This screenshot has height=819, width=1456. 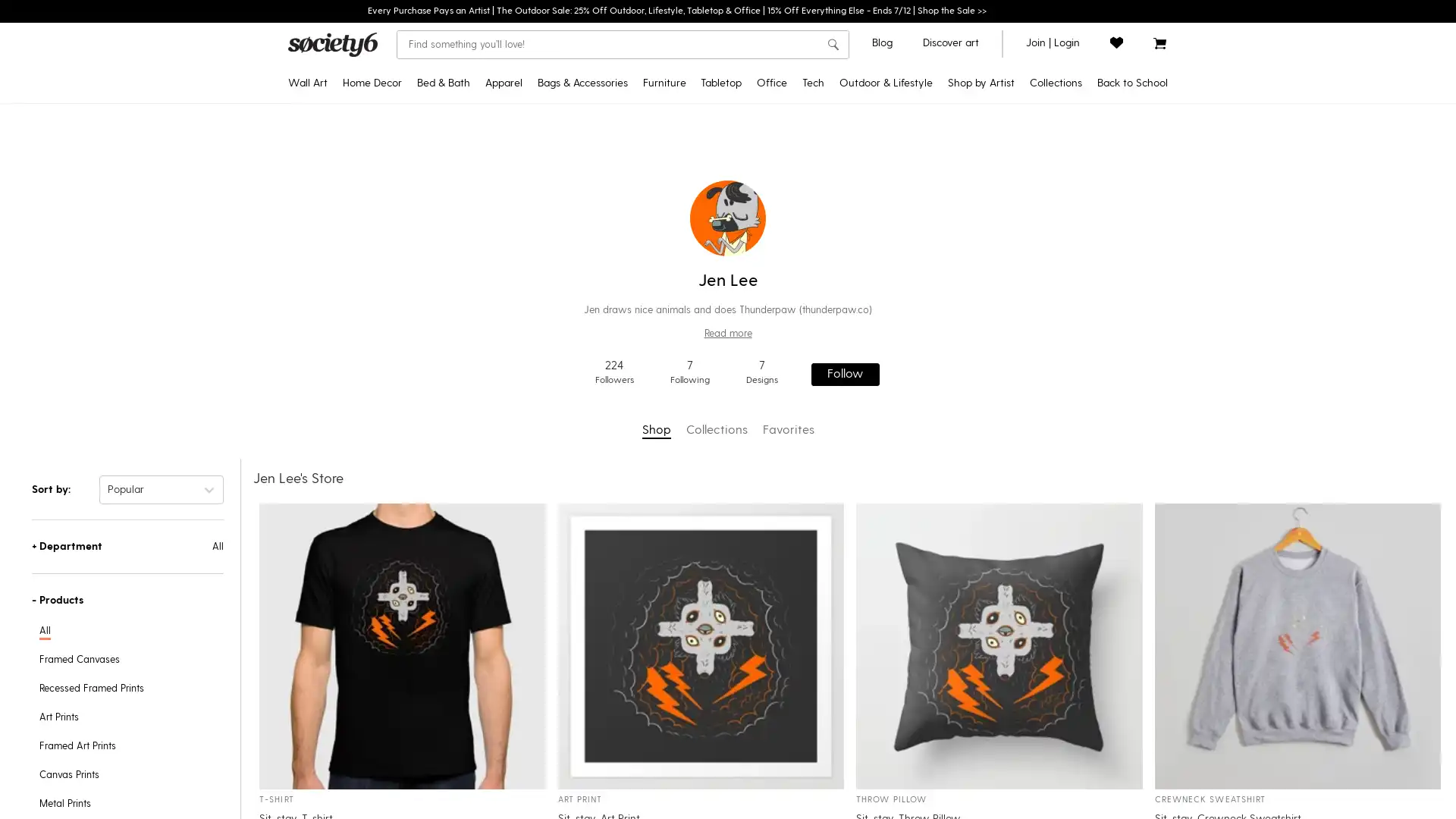 I want to click on Wallpaper, so click(x=400, y=366).